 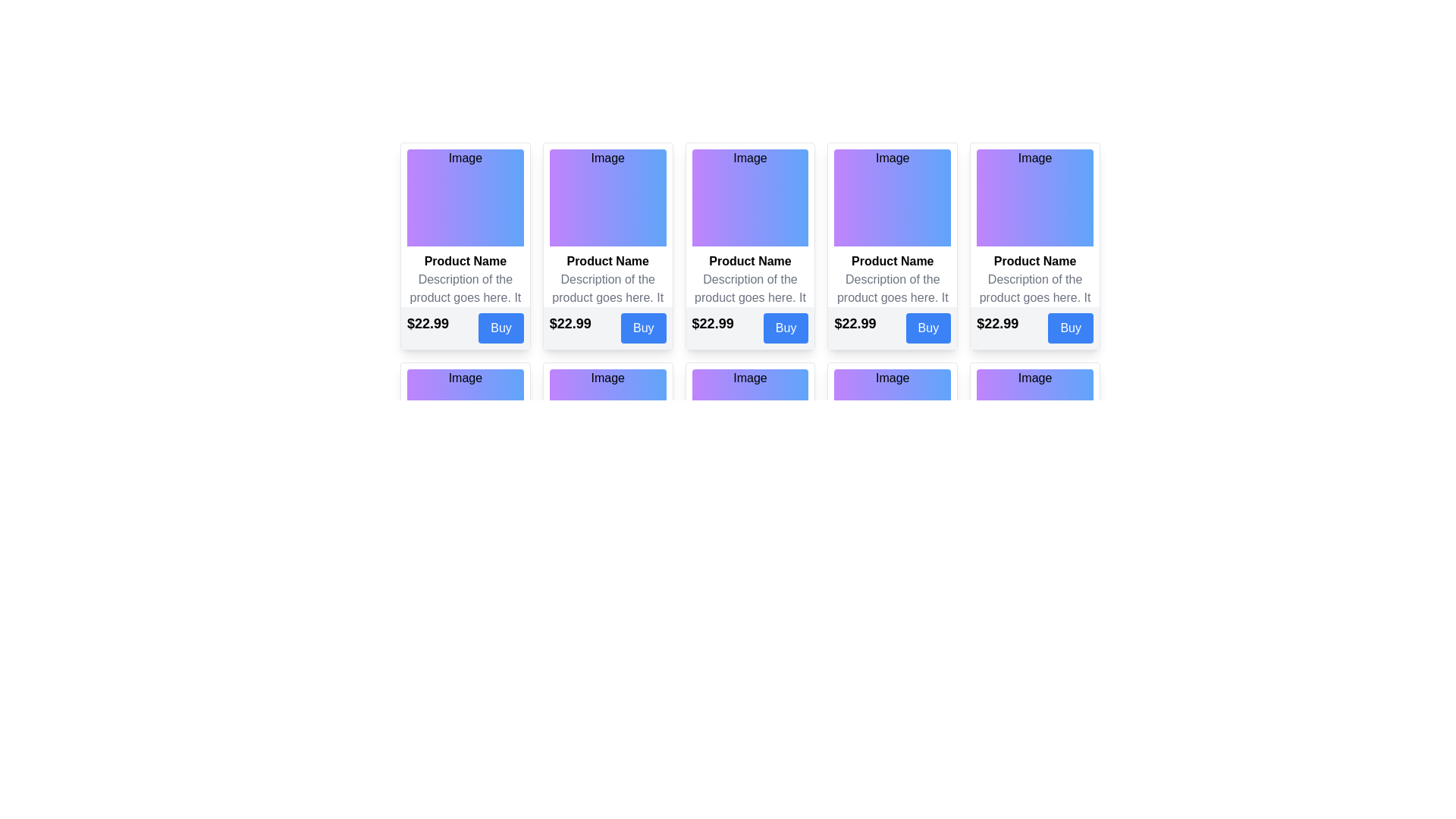 I want to click on bold text label 'Product Name' located in the middle section of the product card, positioned directly below the gradient image box, so click(x=893, y=260).